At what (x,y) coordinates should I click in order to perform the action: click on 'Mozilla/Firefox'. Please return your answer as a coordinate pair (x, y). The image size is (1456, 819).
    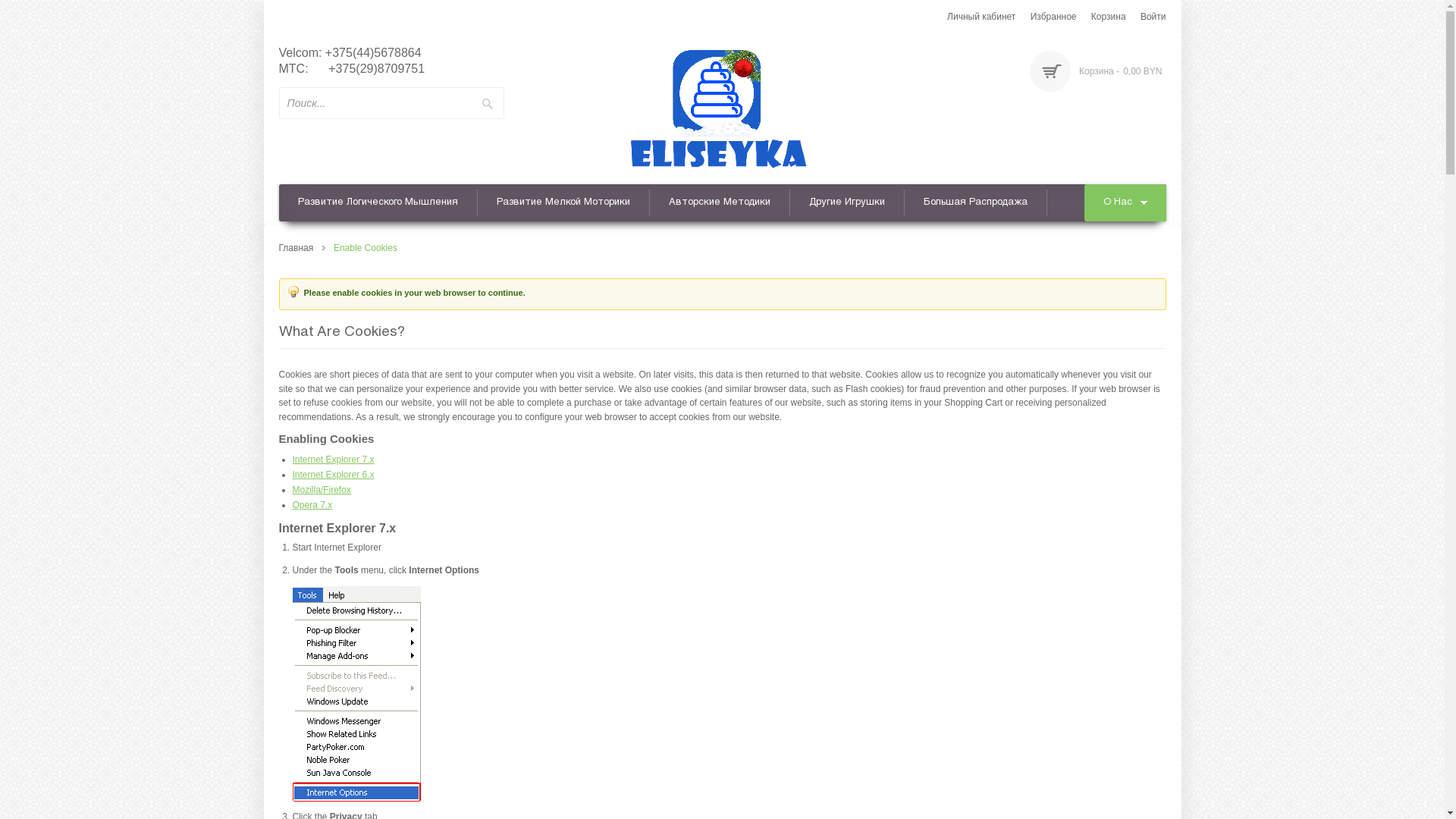
    Looking at the image, I should click on (292, 489).